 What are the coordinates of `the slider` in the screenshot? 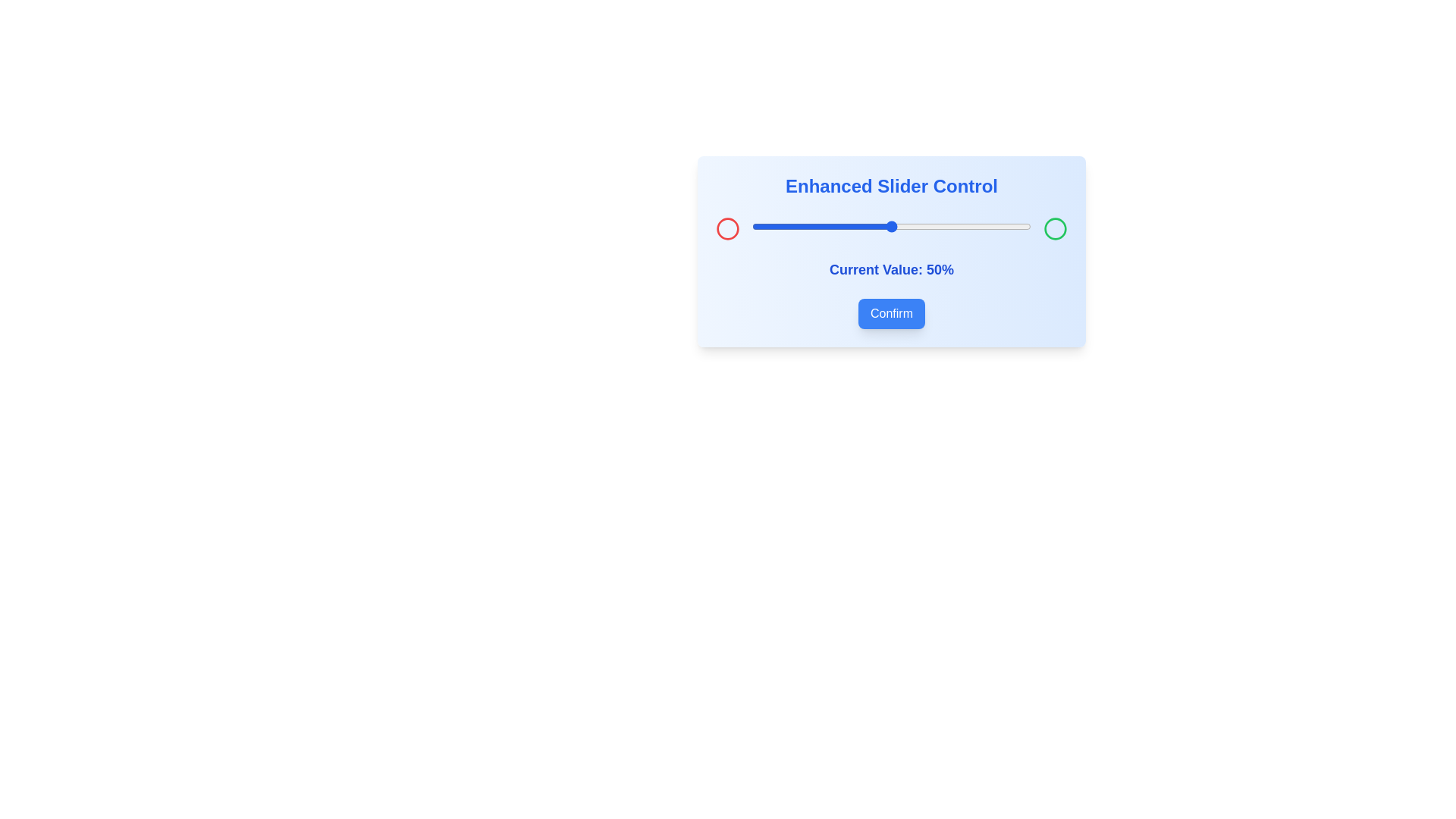 It's located at (802, 227).